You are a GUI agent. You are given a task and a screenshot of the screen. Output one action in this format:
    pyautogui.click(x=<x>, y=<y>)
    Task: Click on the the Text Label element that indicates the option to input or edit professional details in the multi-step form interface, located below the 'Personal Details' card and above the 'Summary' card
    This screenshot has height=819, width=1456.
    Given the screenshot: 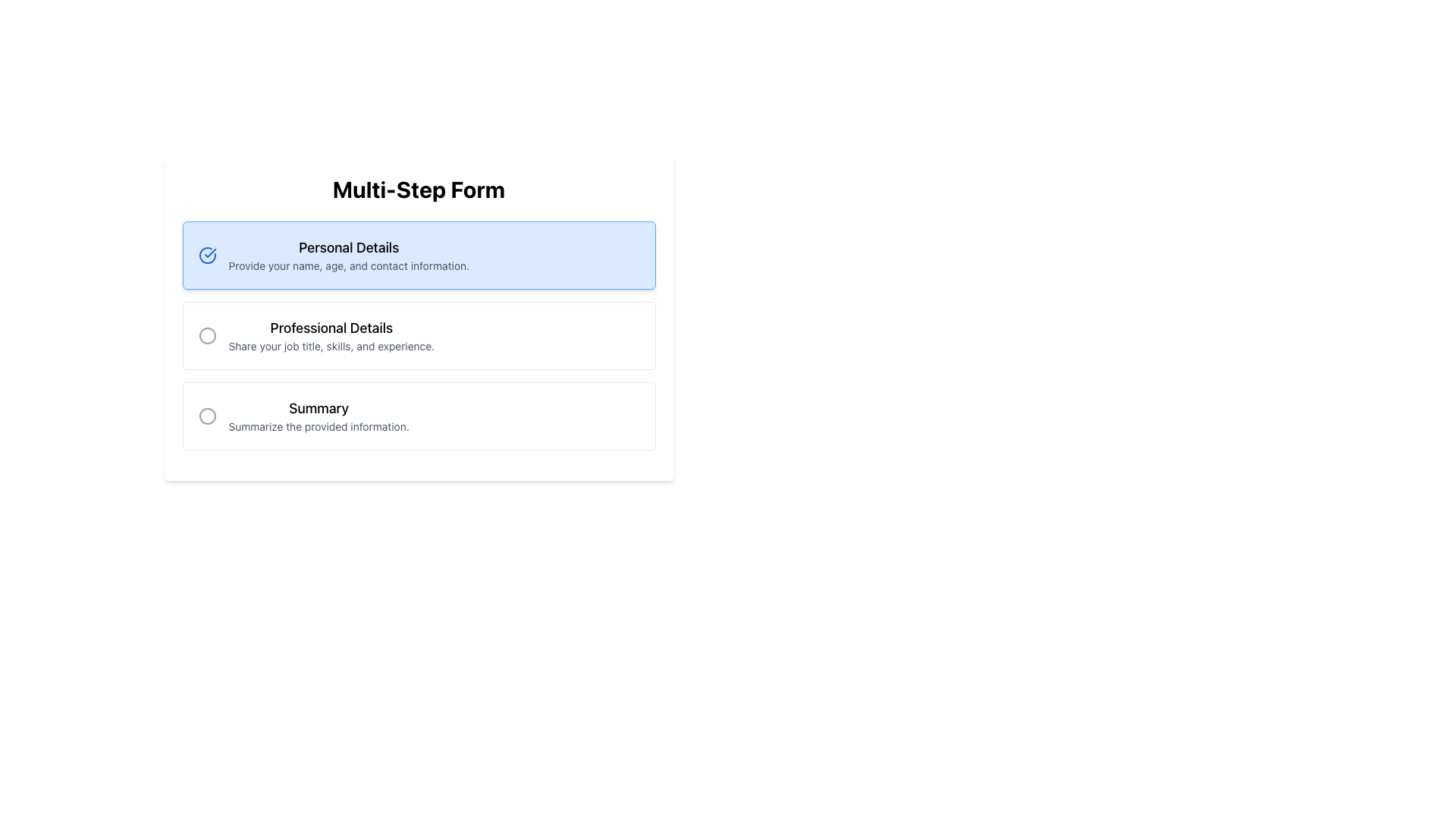 What is the action you would take?
    pyautogui.click(x=331, y=335)
    